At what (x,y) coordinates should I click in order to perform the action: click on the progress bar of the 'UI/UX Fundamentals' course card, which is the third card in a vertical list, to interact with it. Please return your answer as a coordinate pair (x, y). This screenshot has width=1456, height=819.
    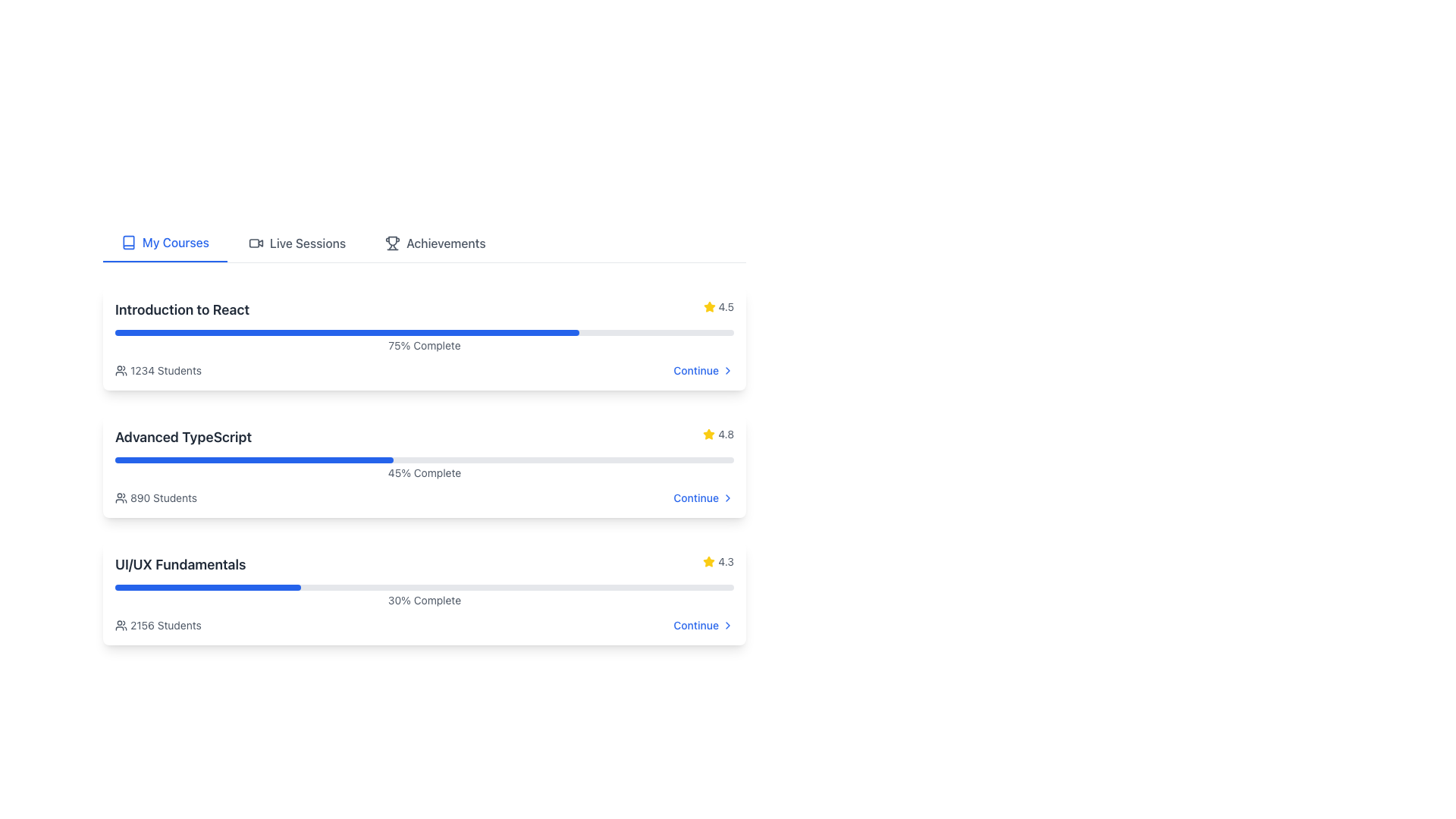
    Looking at the image, I should click on (425, 593).